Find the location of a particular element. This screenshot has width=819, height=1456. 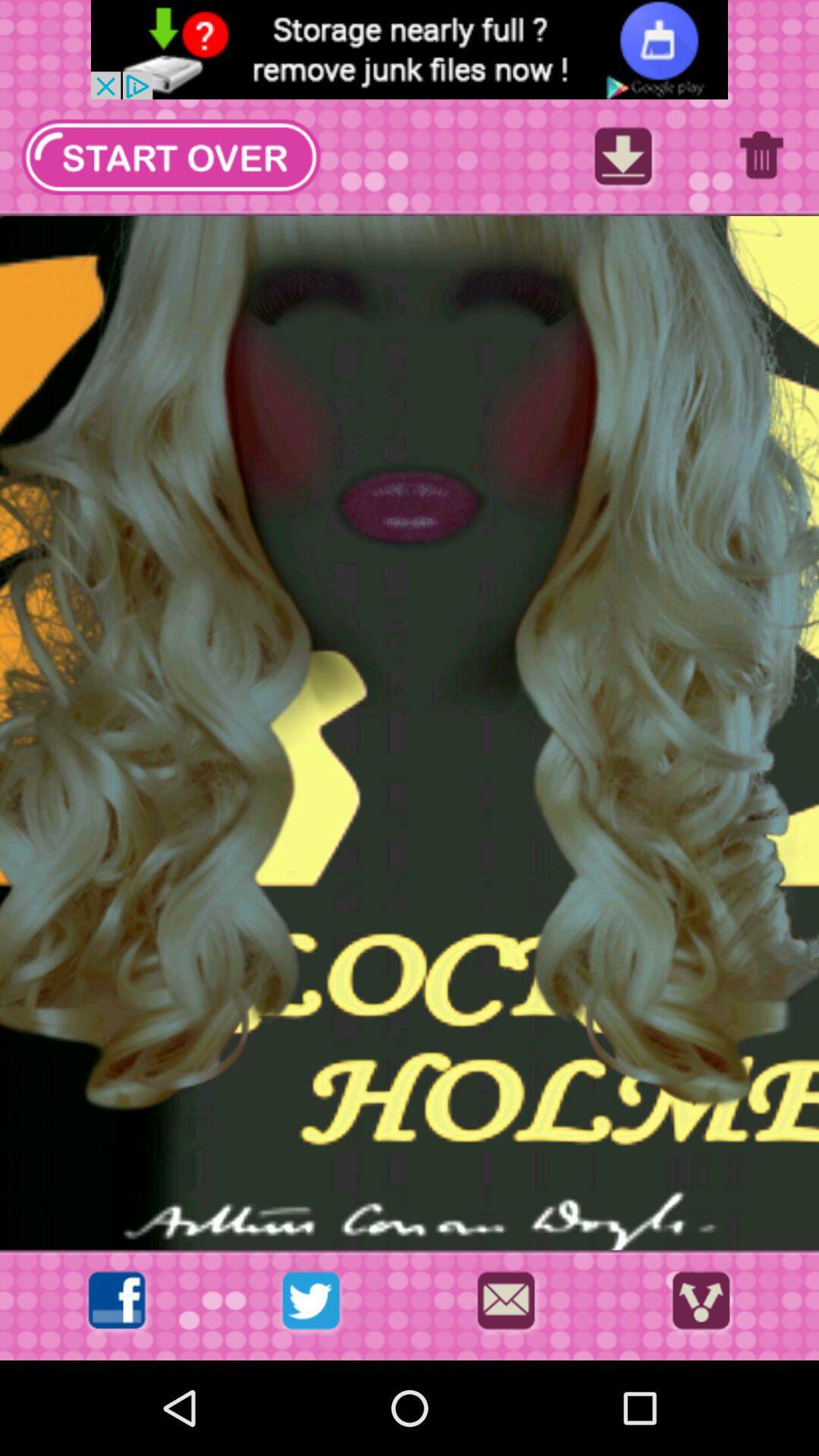

download photo is located at coordinates (623, 161).